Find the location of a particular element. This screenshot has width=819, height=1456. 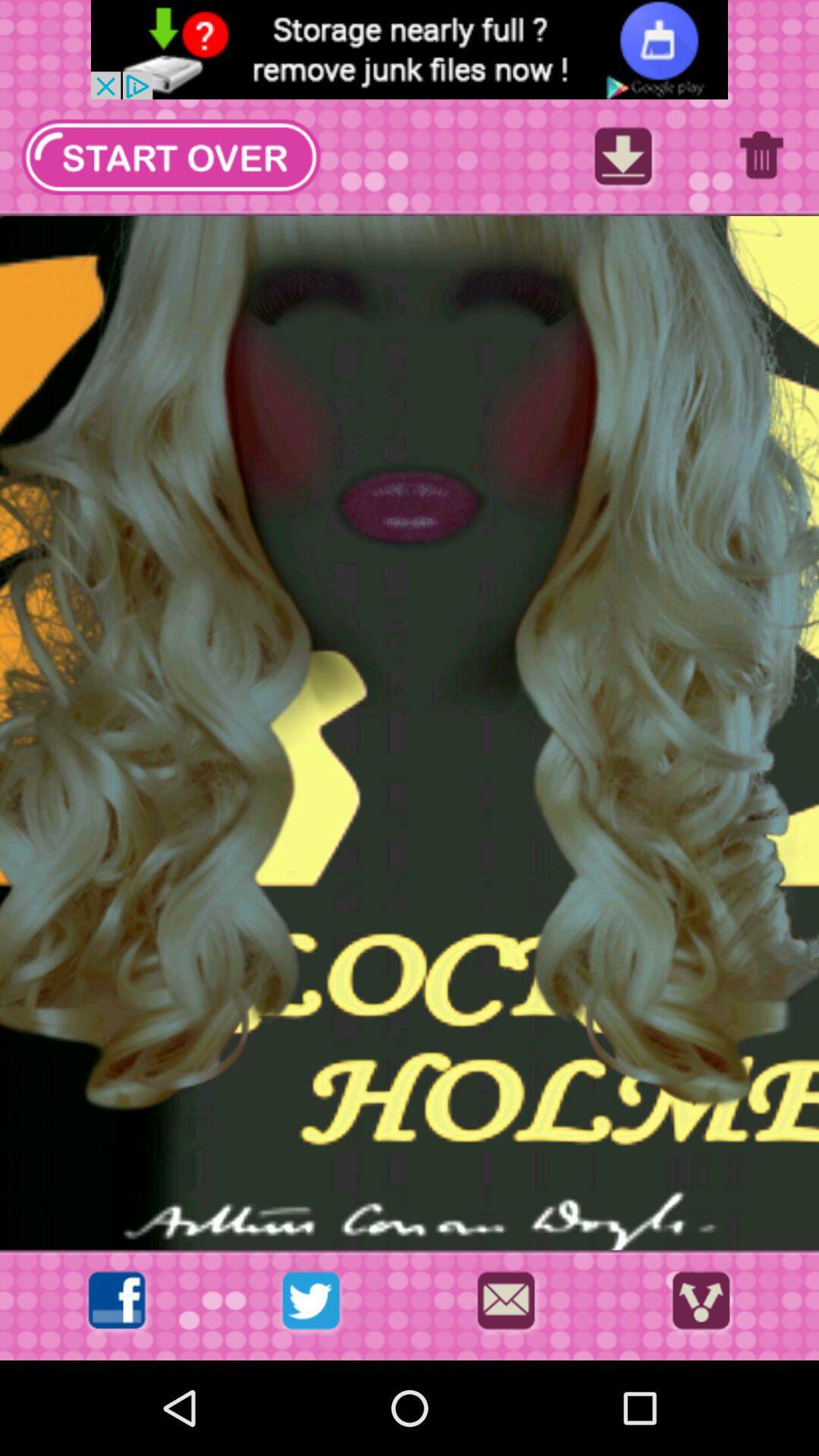

download photo is located at coordinates (623, 161).